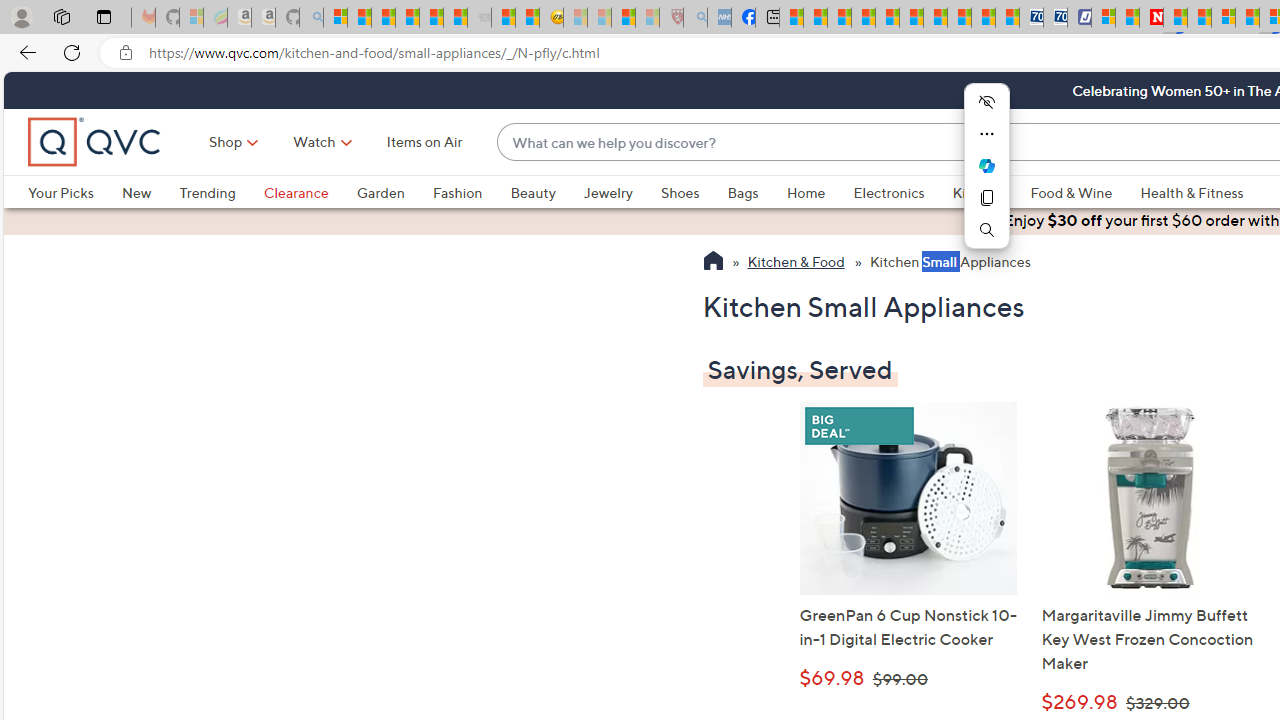  I want to click on 'Fashion', so click(456, 192).